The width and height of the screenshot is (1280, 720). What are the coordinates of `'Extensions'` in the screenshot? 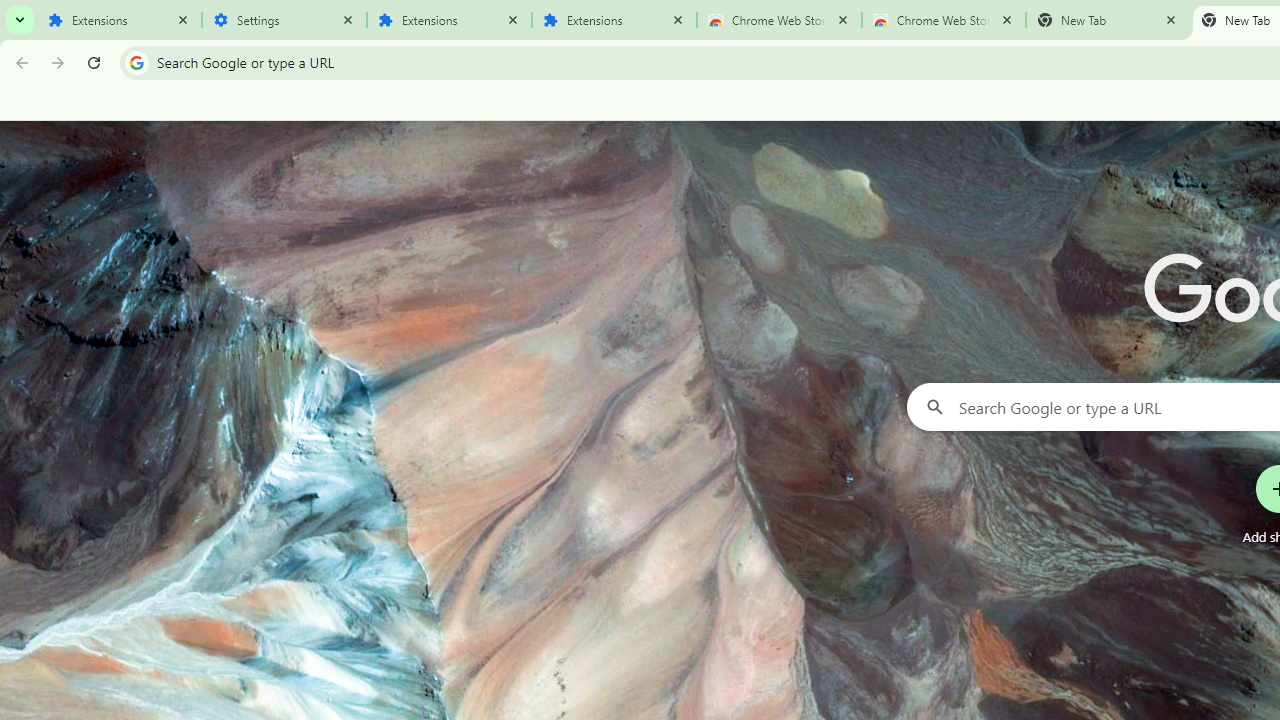 It's located at (118, 20).